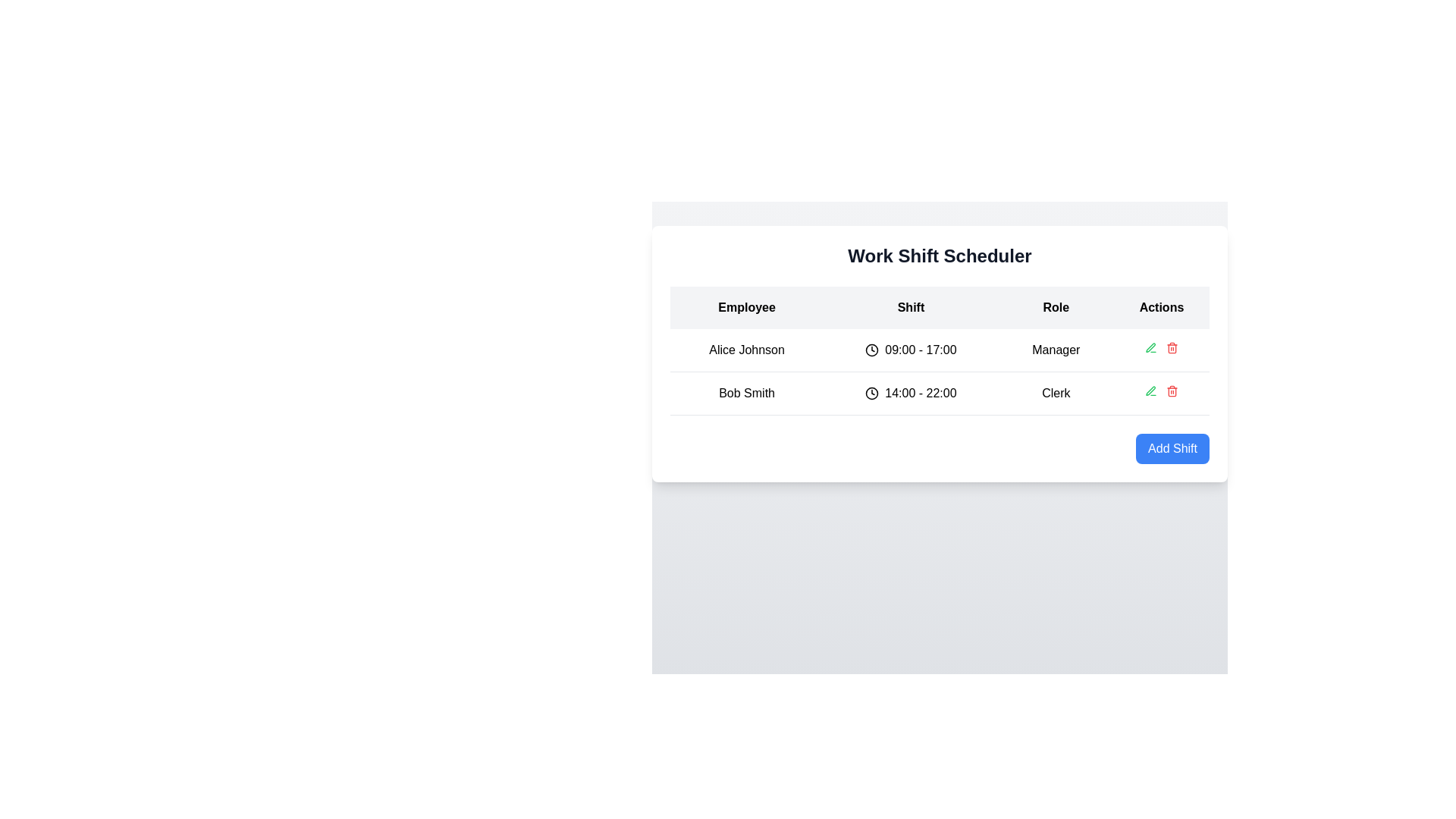  Describe the element at coordinates (1150, 390) in the screenshot. I see `the small green pen icon in the Actions column of the second row in the 'Work Shift Scheduler' table` at that location.